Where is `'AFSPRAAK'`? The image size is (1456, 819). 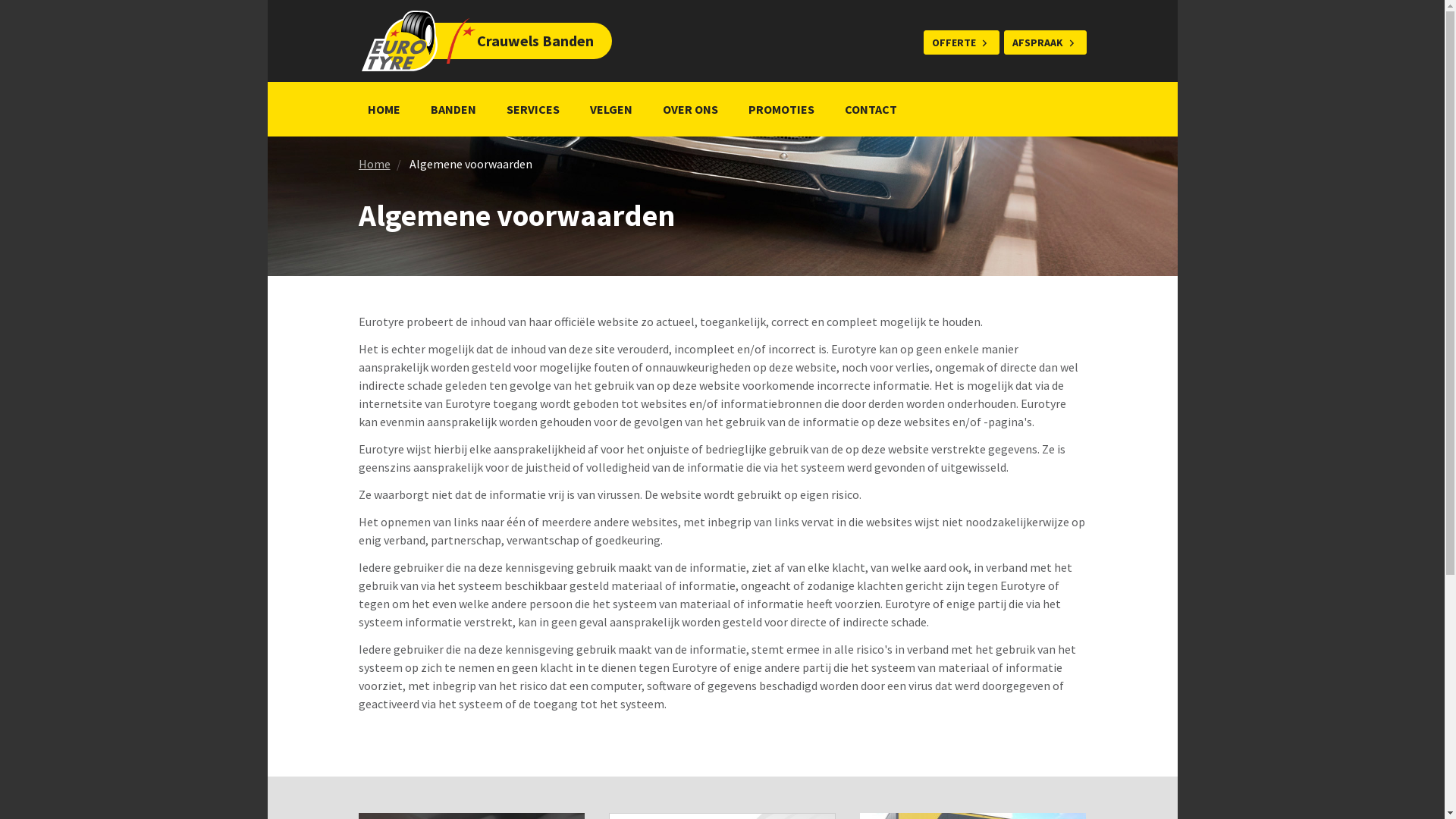
'AFSPRAAK' is located at coordinates (1044, 42).